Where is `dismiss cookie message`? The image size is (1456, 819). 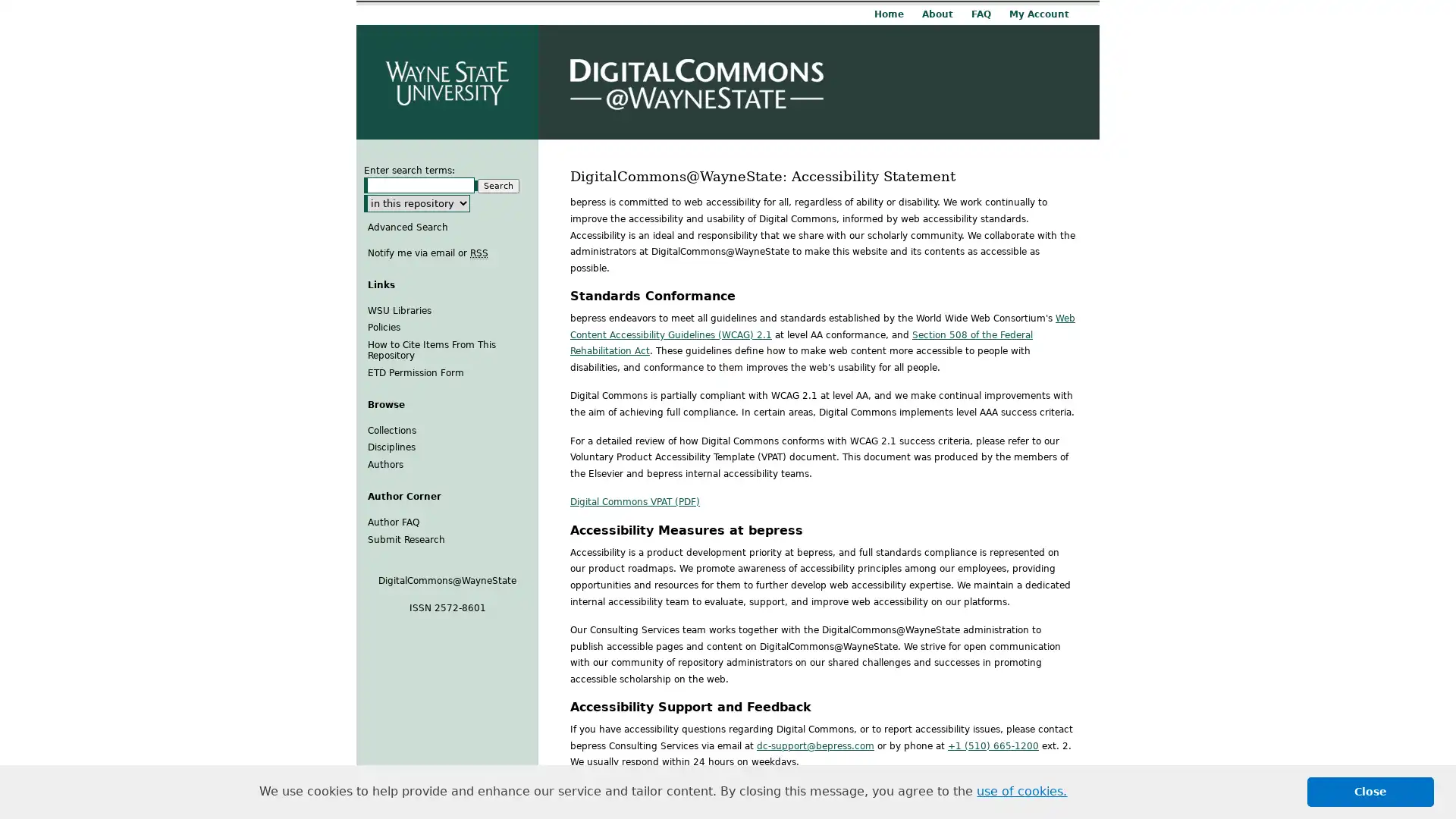
dismiss cookie message is located at coordinates (1370, 791).